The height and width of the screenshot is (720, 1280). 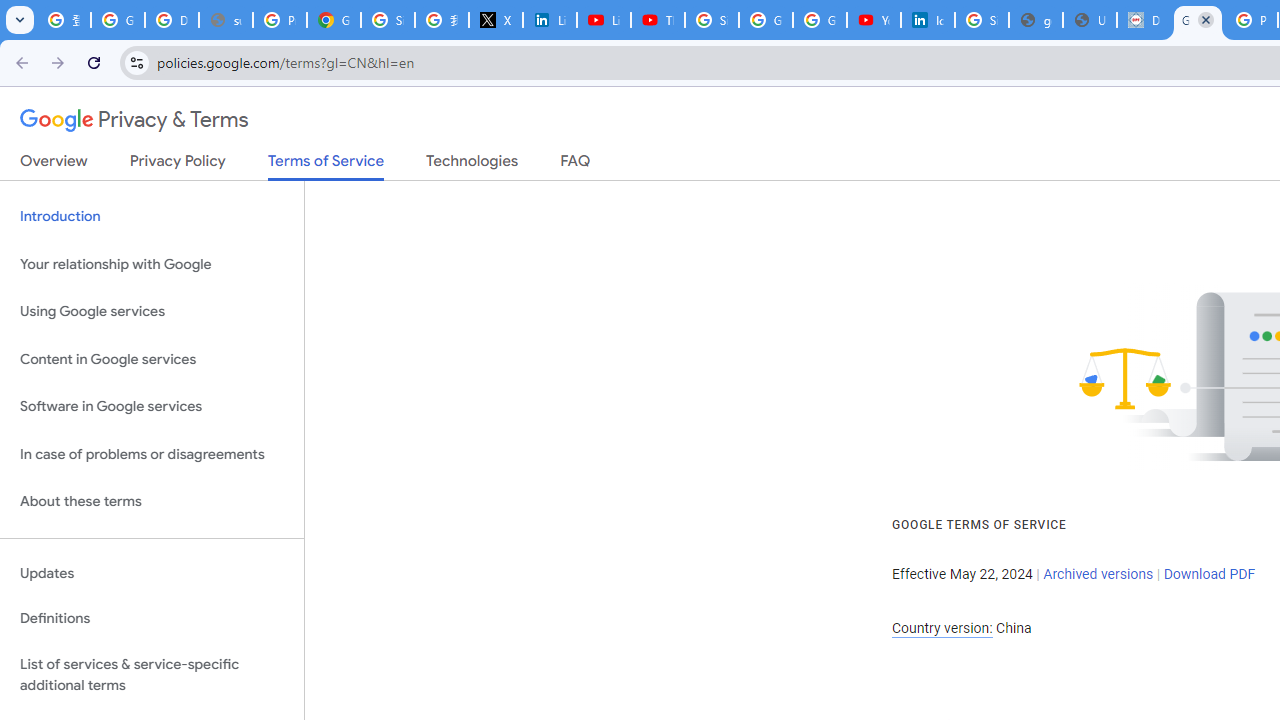 I want to click on 'LinkedIn Privacy Policy', so click(x=550, y=20).